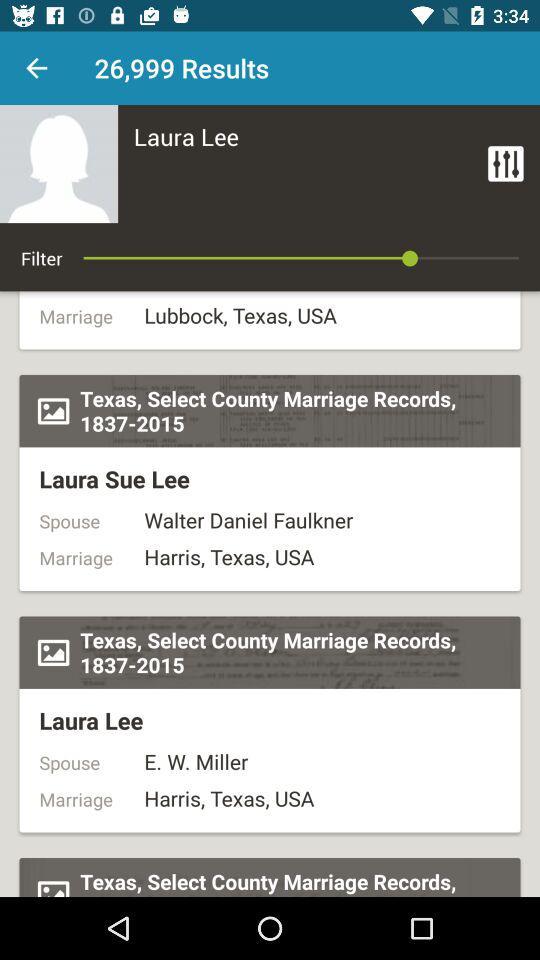 The image size is (540, 960). I want to click on the sliders icon, so click(504, 162).